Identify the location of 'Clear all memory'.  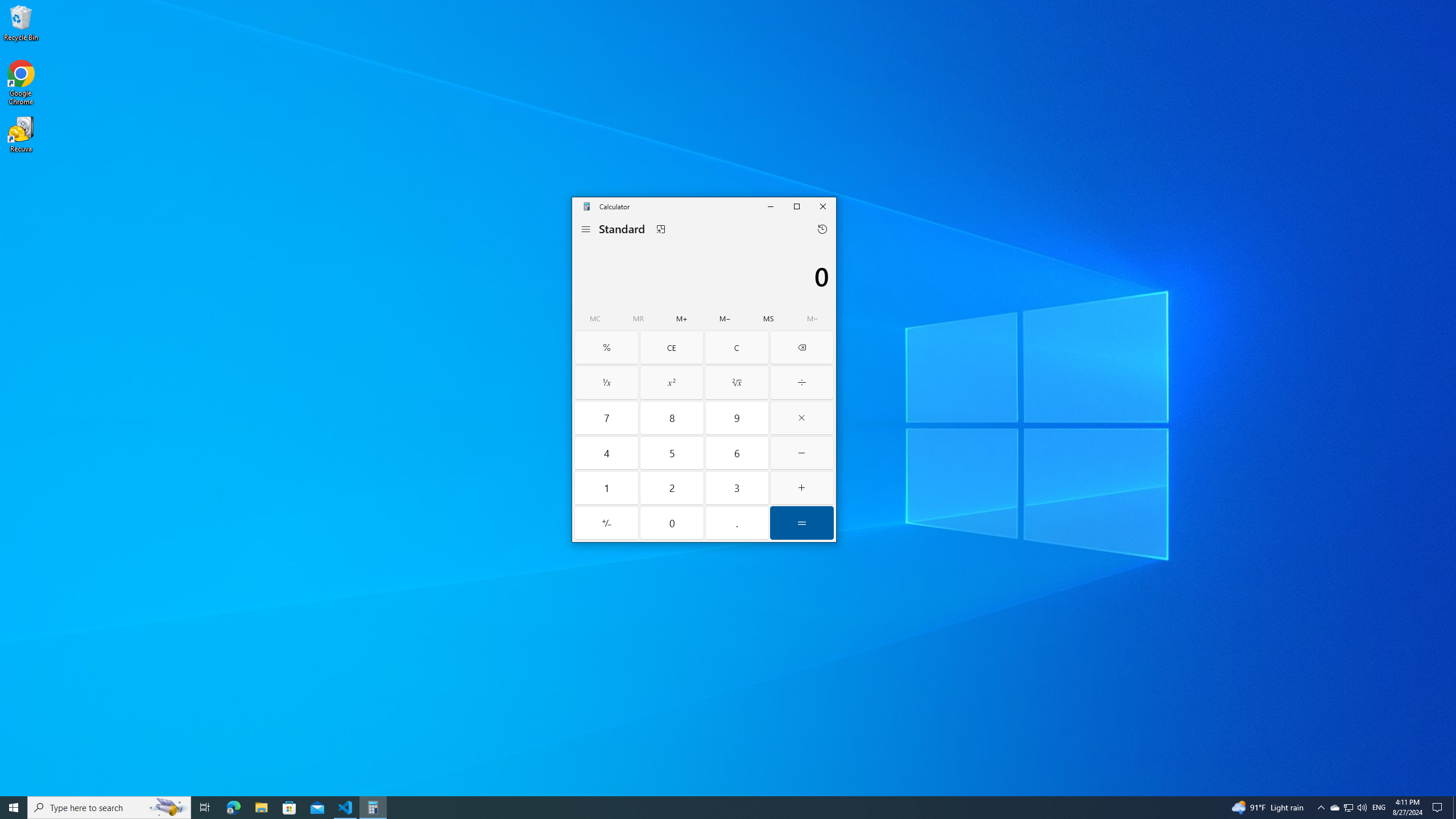
(595, 318).